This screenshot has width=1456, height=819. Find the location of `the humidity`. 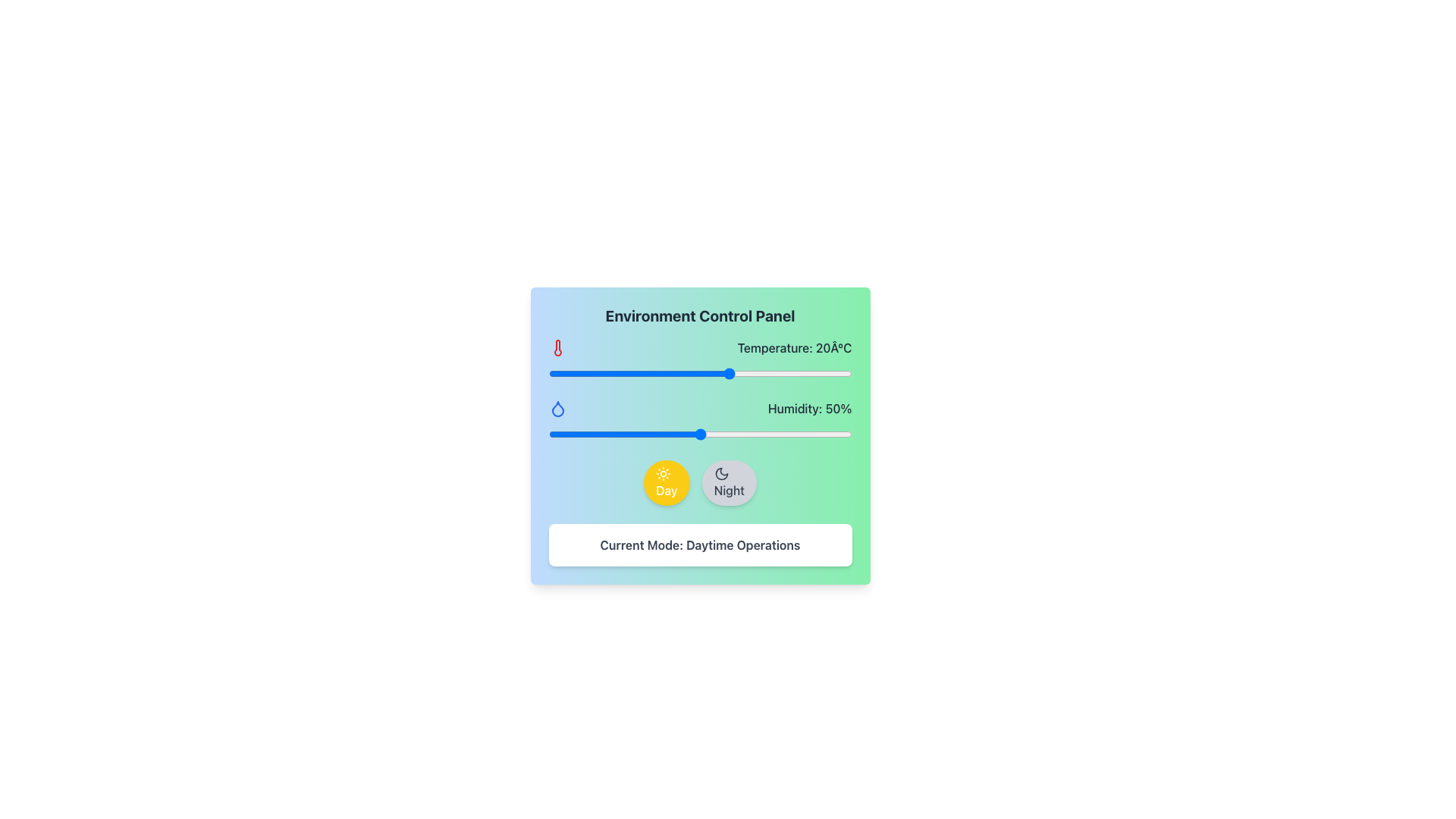

the humidity is located at coordinates (624, 435).